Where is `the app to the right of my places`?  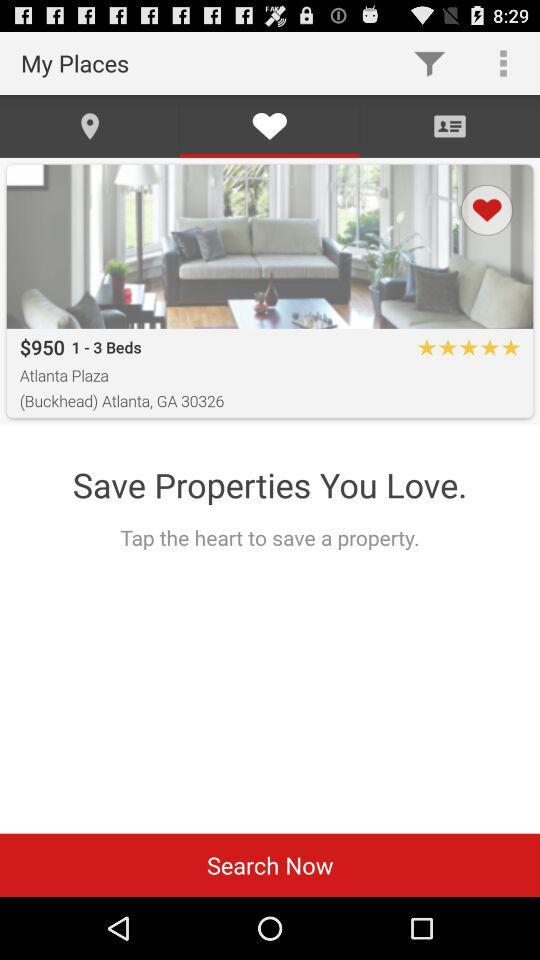 the app to the right of my places is located at coordinates (428, 62).